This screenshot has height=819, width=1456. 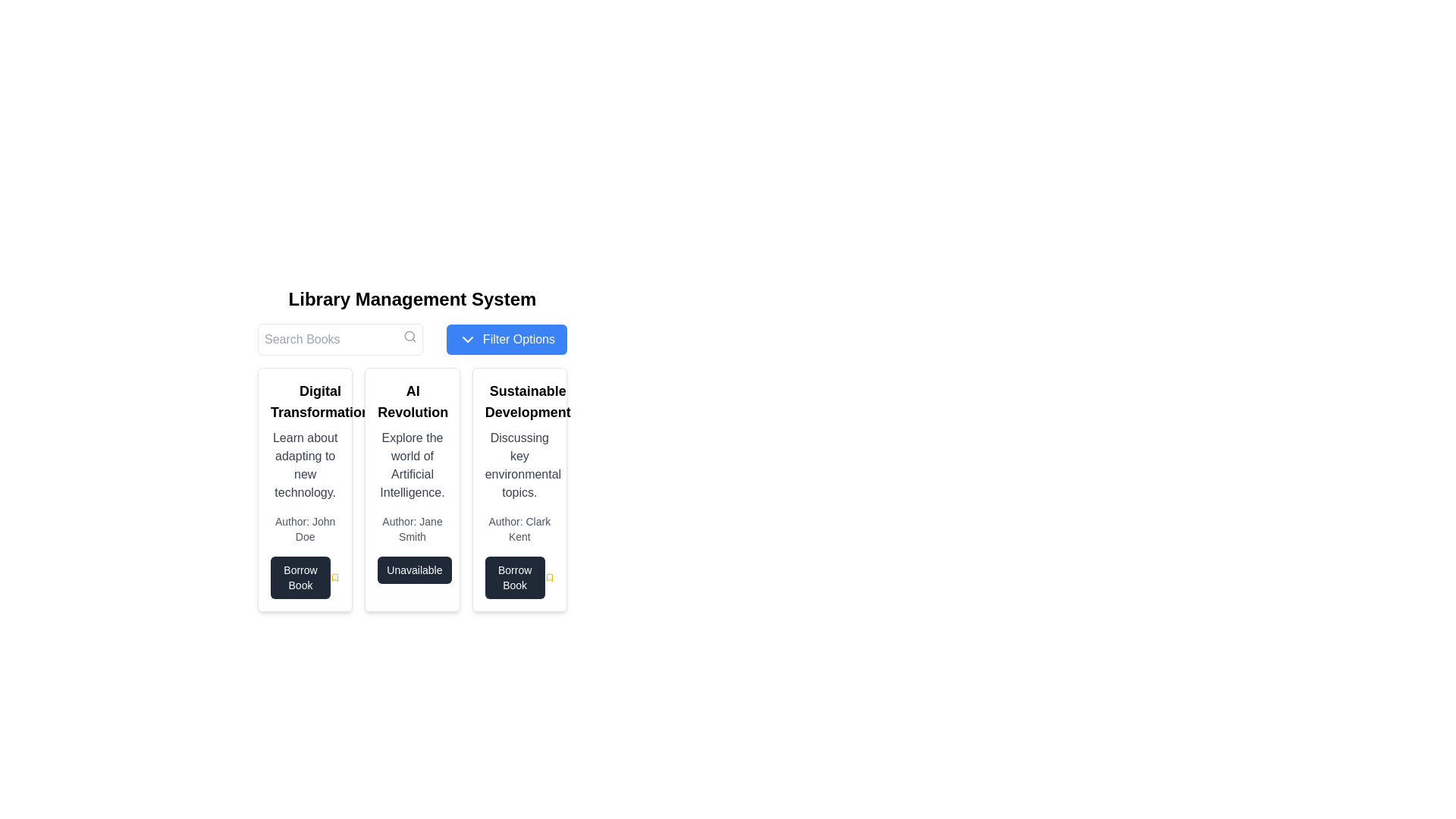 I want to click on the title text label of the first card in the library management interface that identifies the book represented by the card, so click(x=304, y=400).